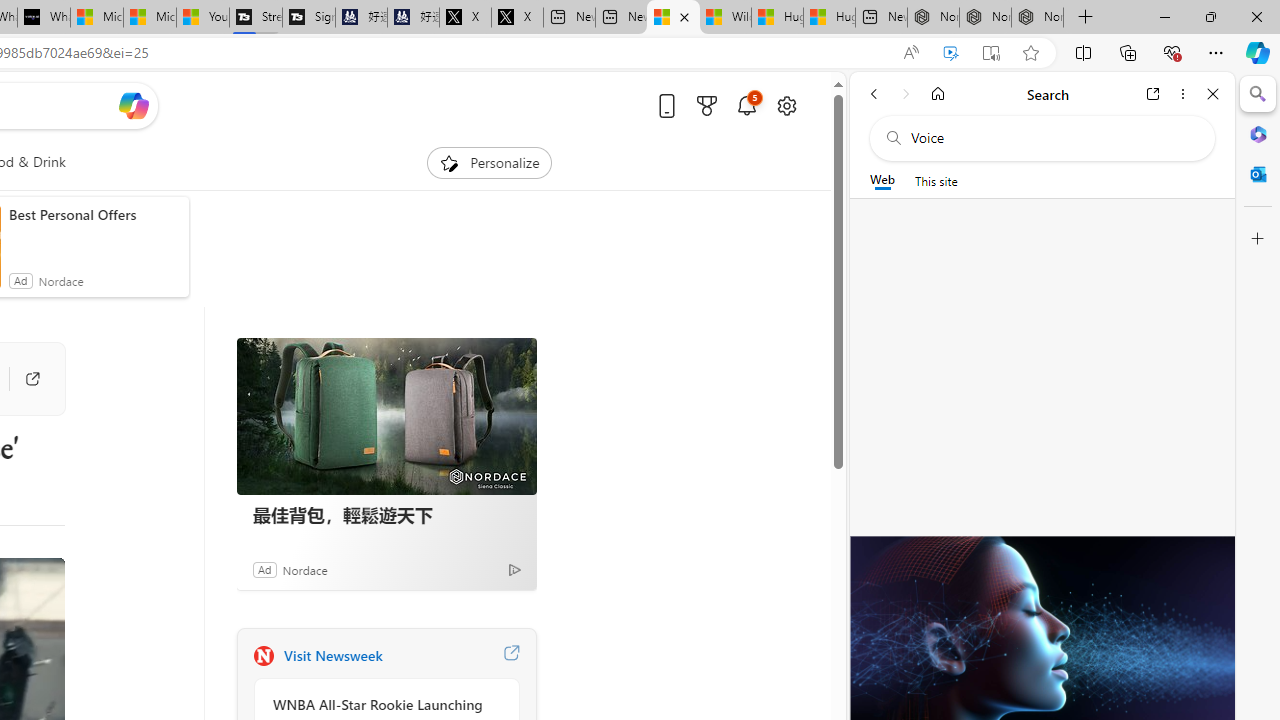  What do you see at coordinates (448, 161) in the screenshot?
I see `'To get missing image descriptions, open the context menu.'` at bounding box center [448, 161].